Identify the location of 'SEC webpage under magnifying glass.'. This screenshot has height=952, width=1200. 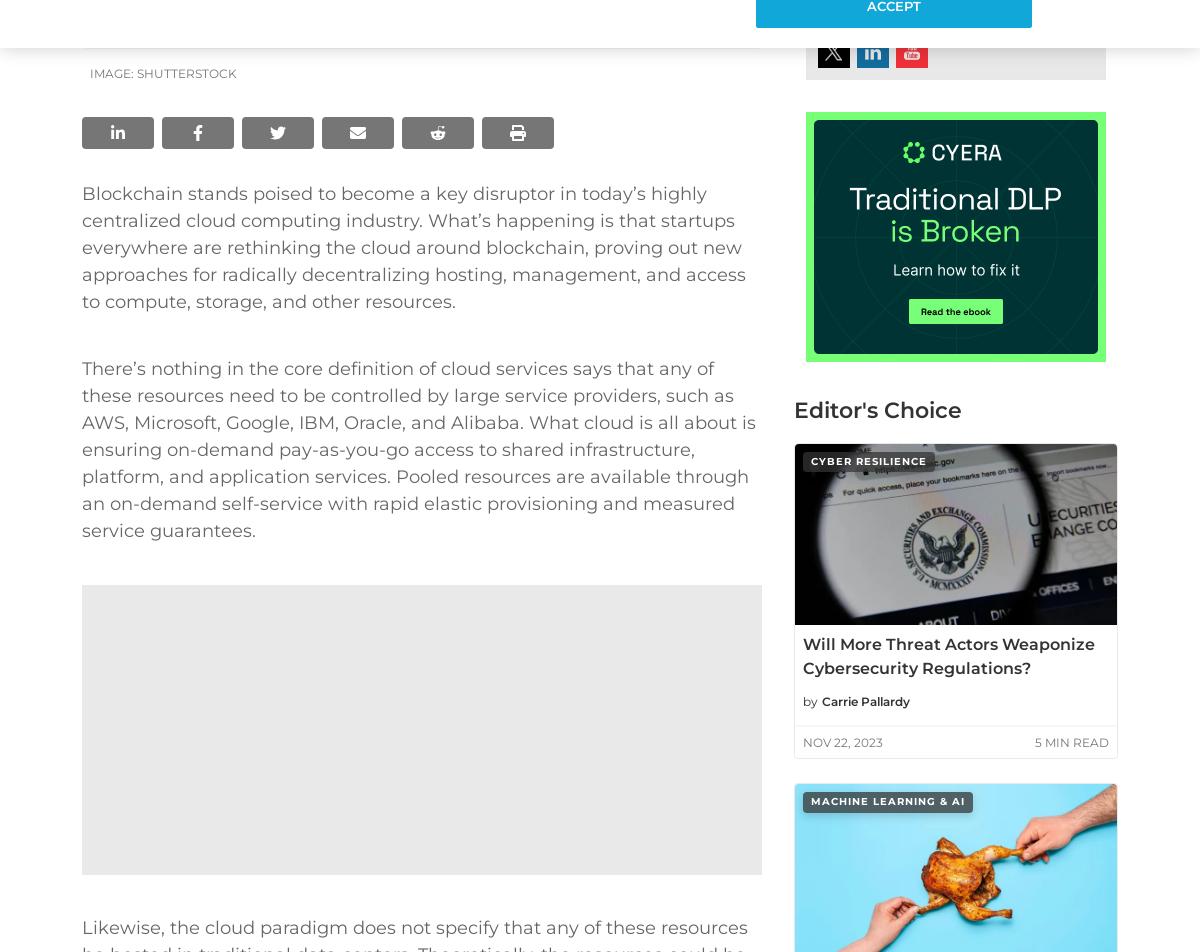
(948, 453).